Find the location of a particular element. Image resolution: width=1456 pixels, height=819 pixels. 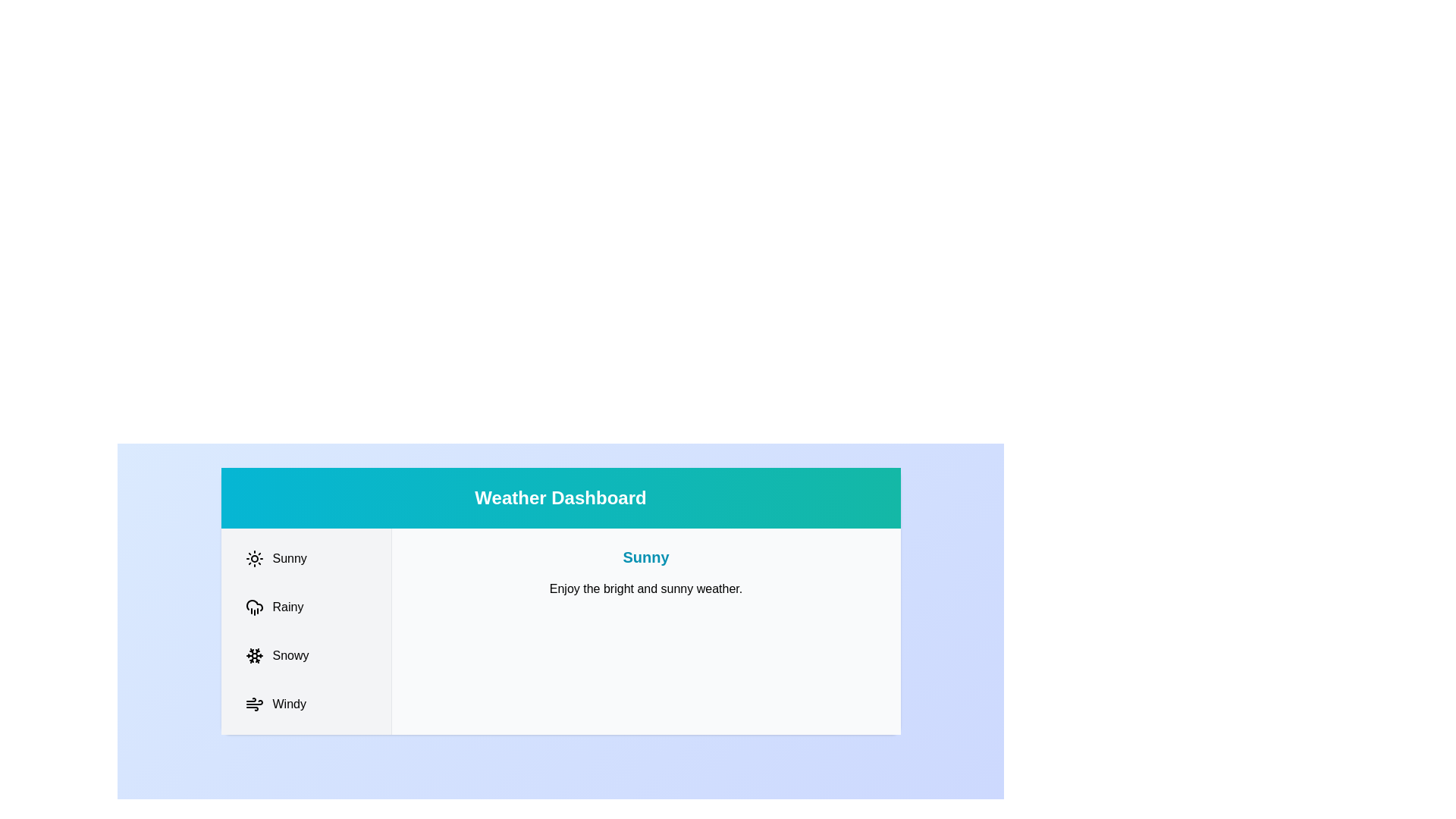

the tab labeled Rainy to observe its hover effect is located at coordinates (305, 607).